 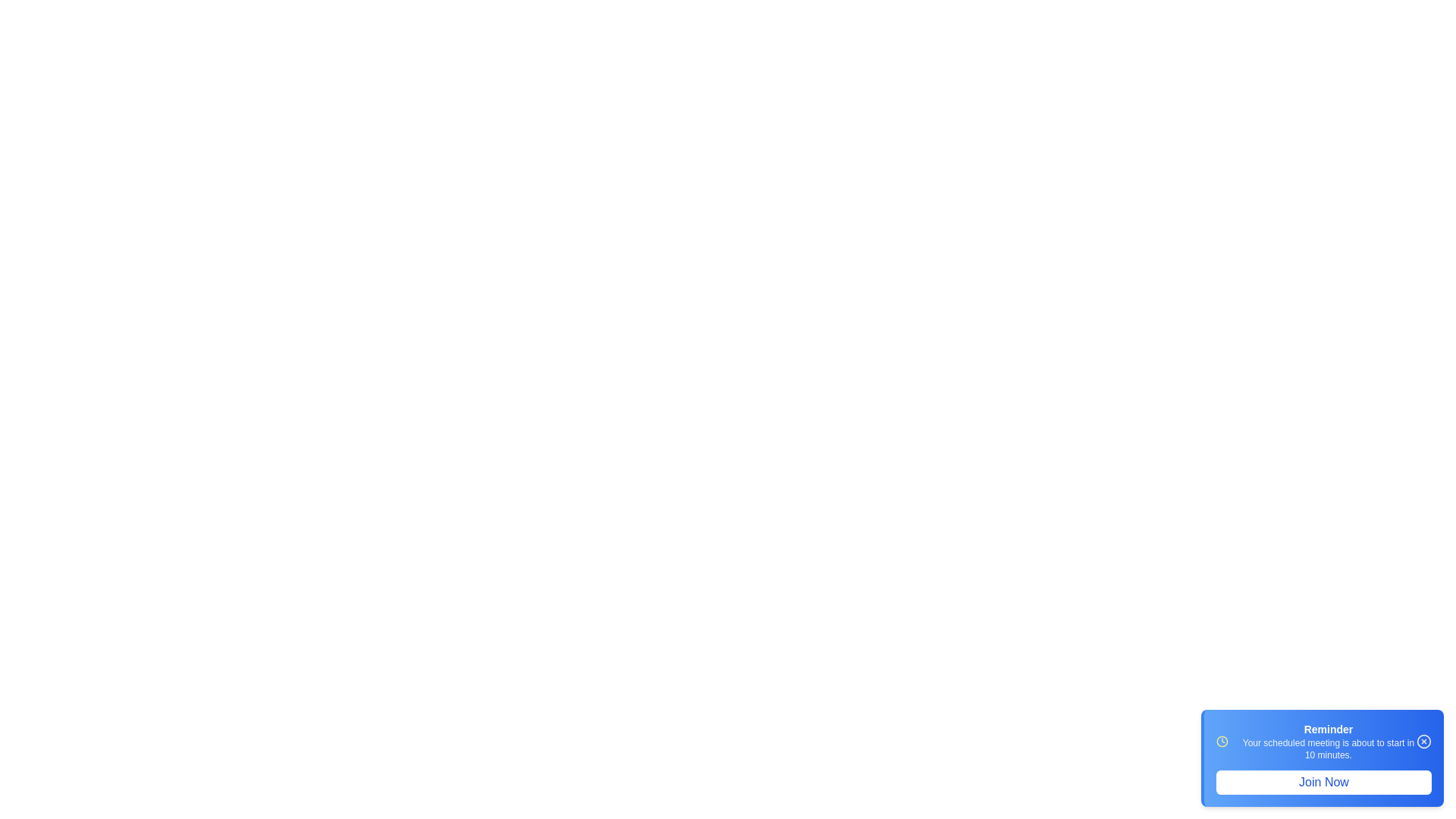 What do you see at coordinates (1323, 783) in the screenshot?
I see `the 'Join Now' button to join the meeting` at bounding box center [1323, 783].